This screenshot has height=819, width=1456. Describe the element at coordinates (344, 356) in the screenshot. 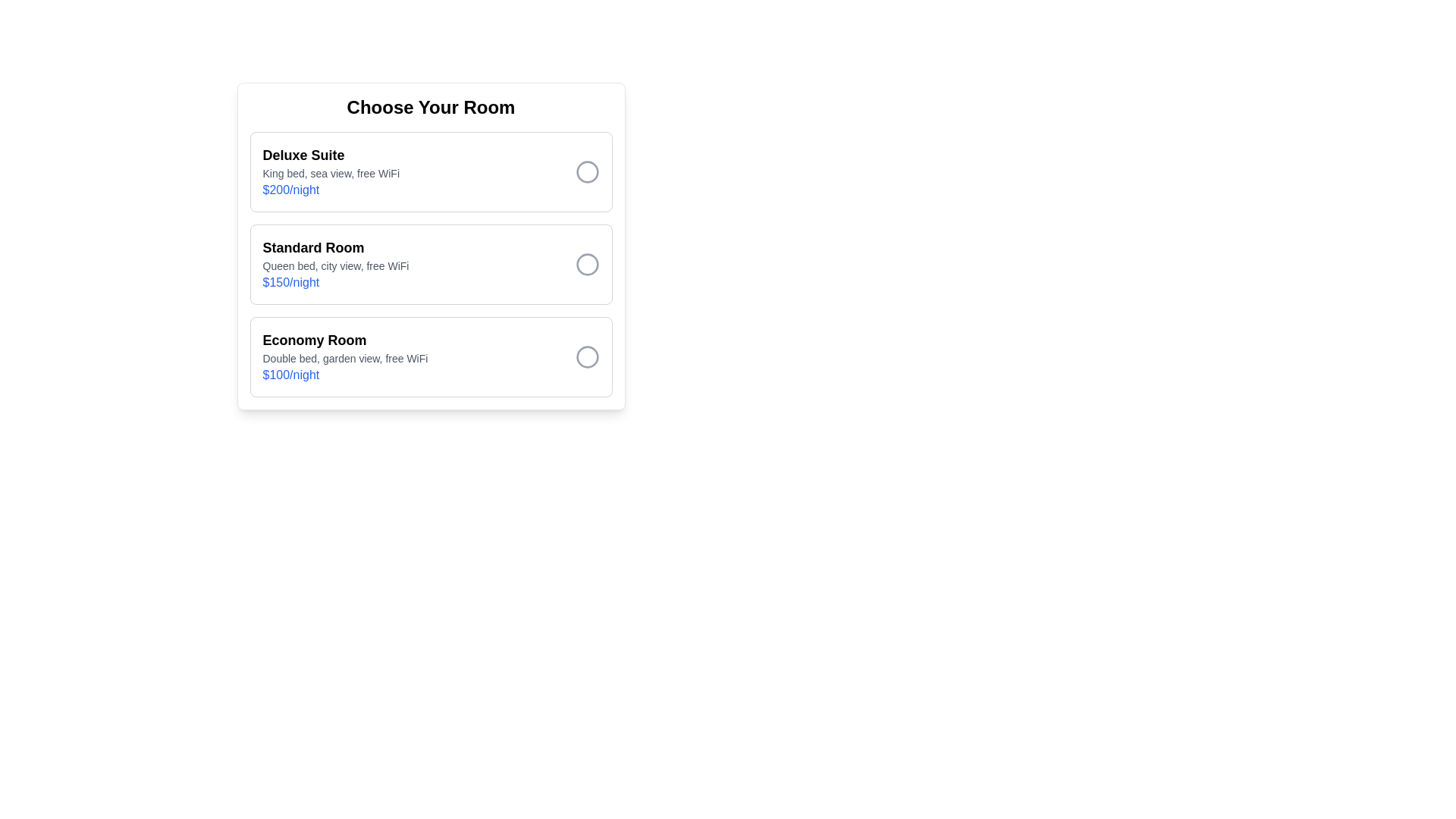

I see `the informational text block displaying 'Economy Room', which includes a heading, description, and price, positioned below the 'Standard Room' option in a vertically stacked list` at that location.